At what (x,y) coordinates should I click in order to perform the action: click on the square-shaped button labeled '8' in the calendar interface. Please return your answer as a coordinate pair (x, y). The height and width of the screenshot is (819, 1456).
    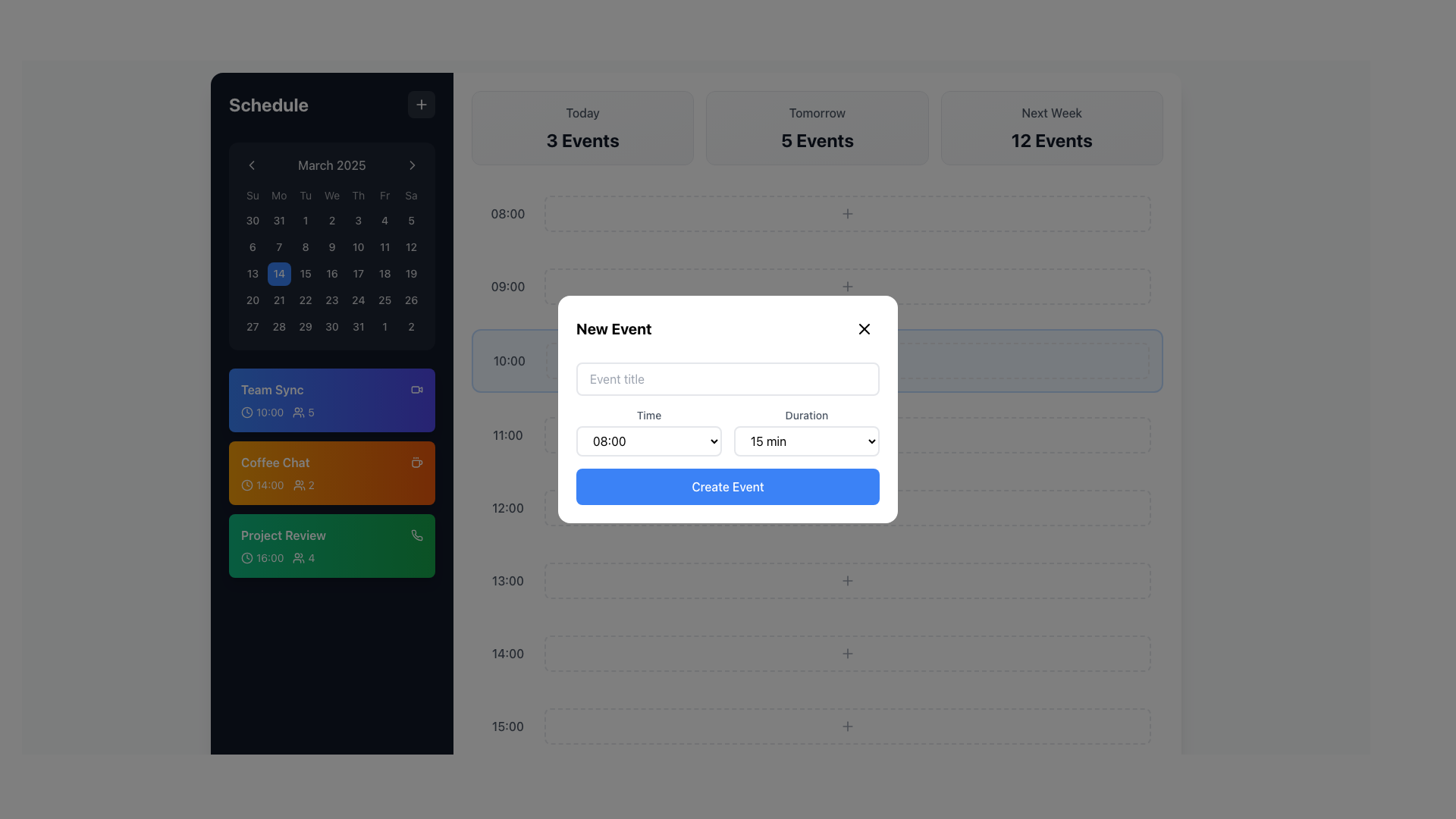
    Looking at the image, I should click on (305, 246).